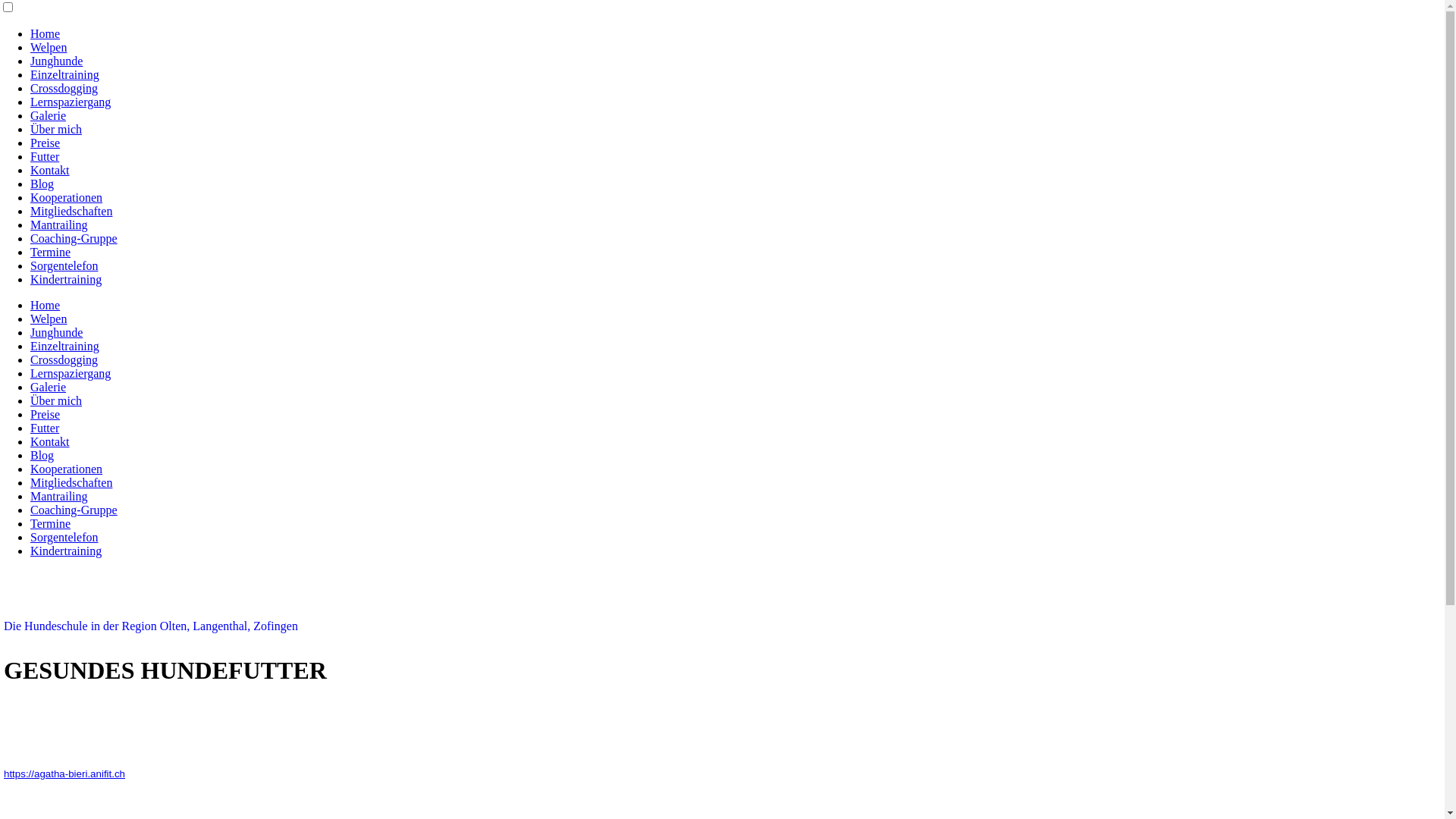 Image resolution: width=1456 pixels, height=819 pixels. Describe the element at coordinates (64, 551) in the screenshot. I see `'Kindertraining'` at that location.